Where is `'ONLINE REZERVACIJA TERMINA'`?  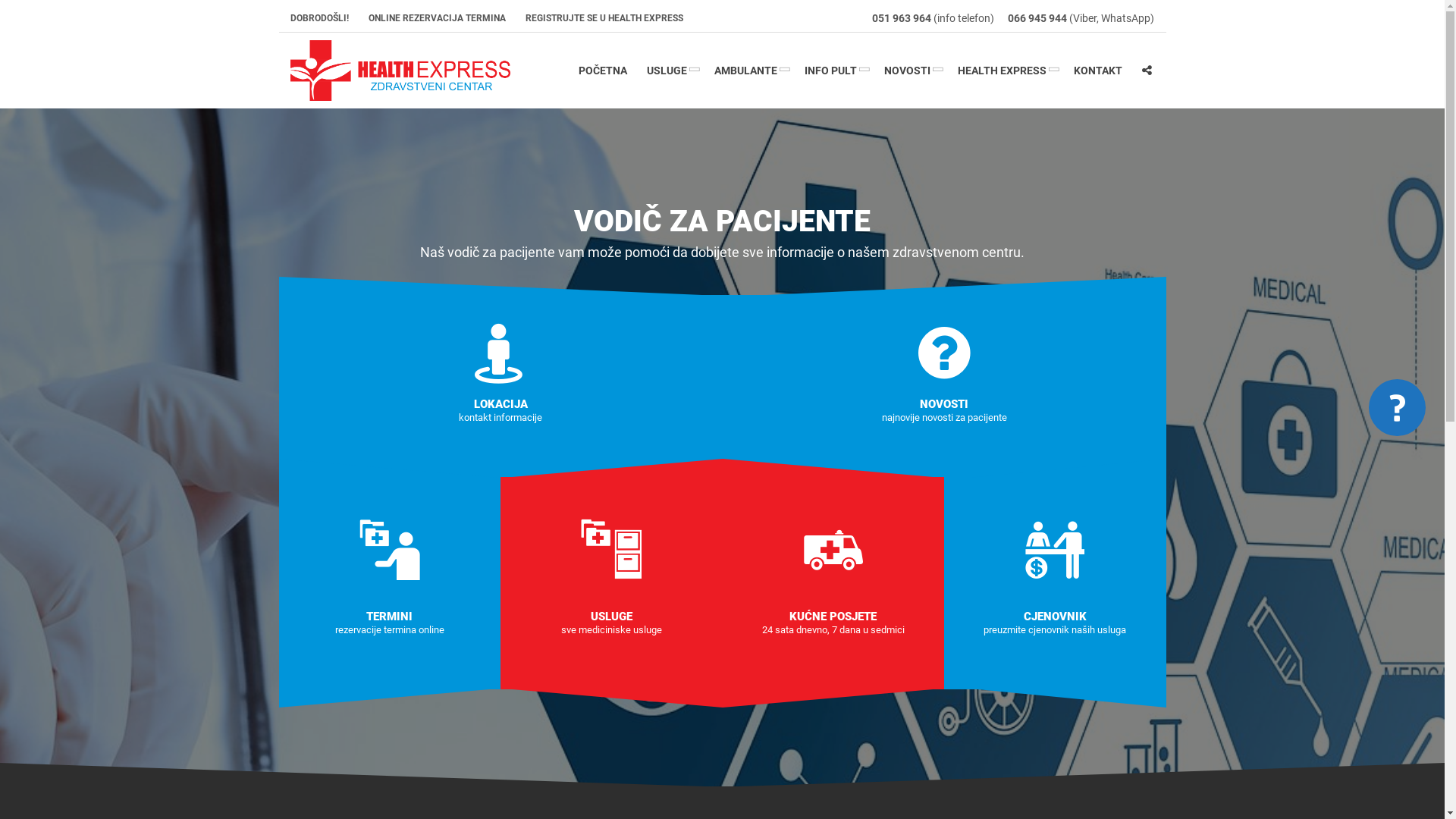
'ONLINE REZERVACIJA TERMINA' is located at coordinates (435, 17).